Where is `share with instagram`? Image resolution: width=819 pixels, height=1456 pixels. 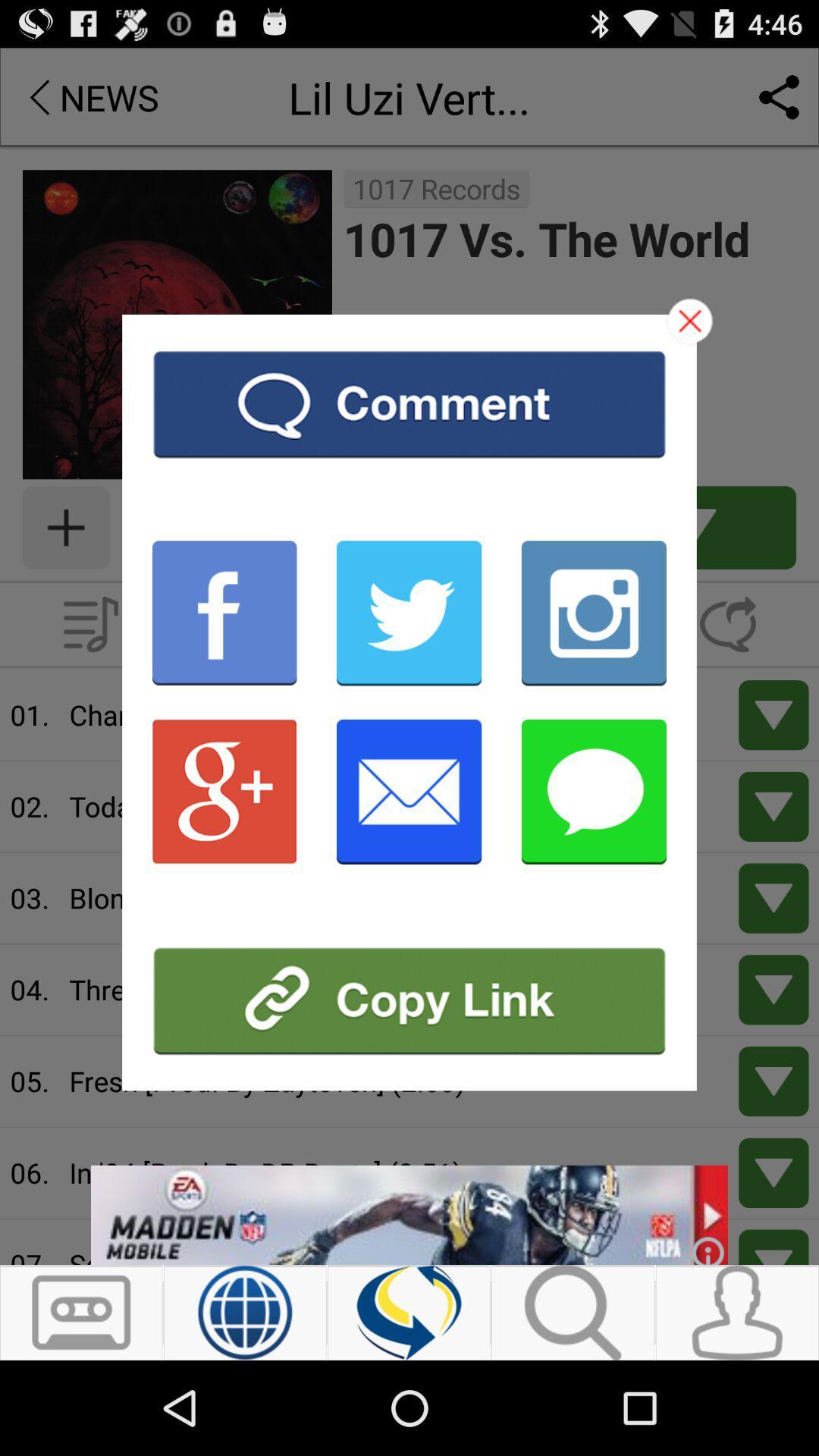
share with instagram is located at coordinates (593, 613).